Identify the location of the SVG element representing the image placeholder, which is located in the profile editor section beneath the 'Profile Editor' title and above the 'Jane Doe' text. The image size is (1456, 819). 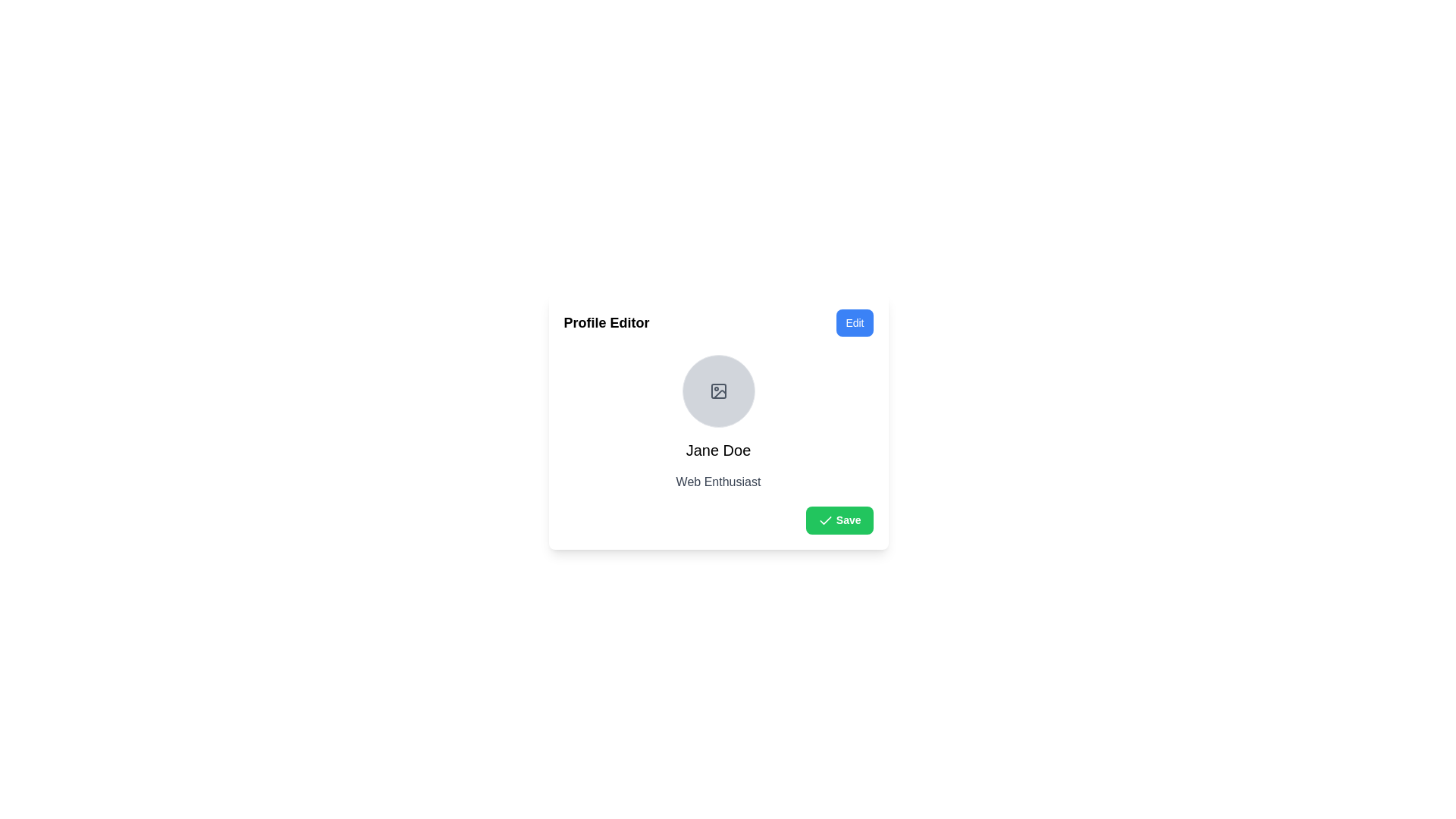
(717, 391).